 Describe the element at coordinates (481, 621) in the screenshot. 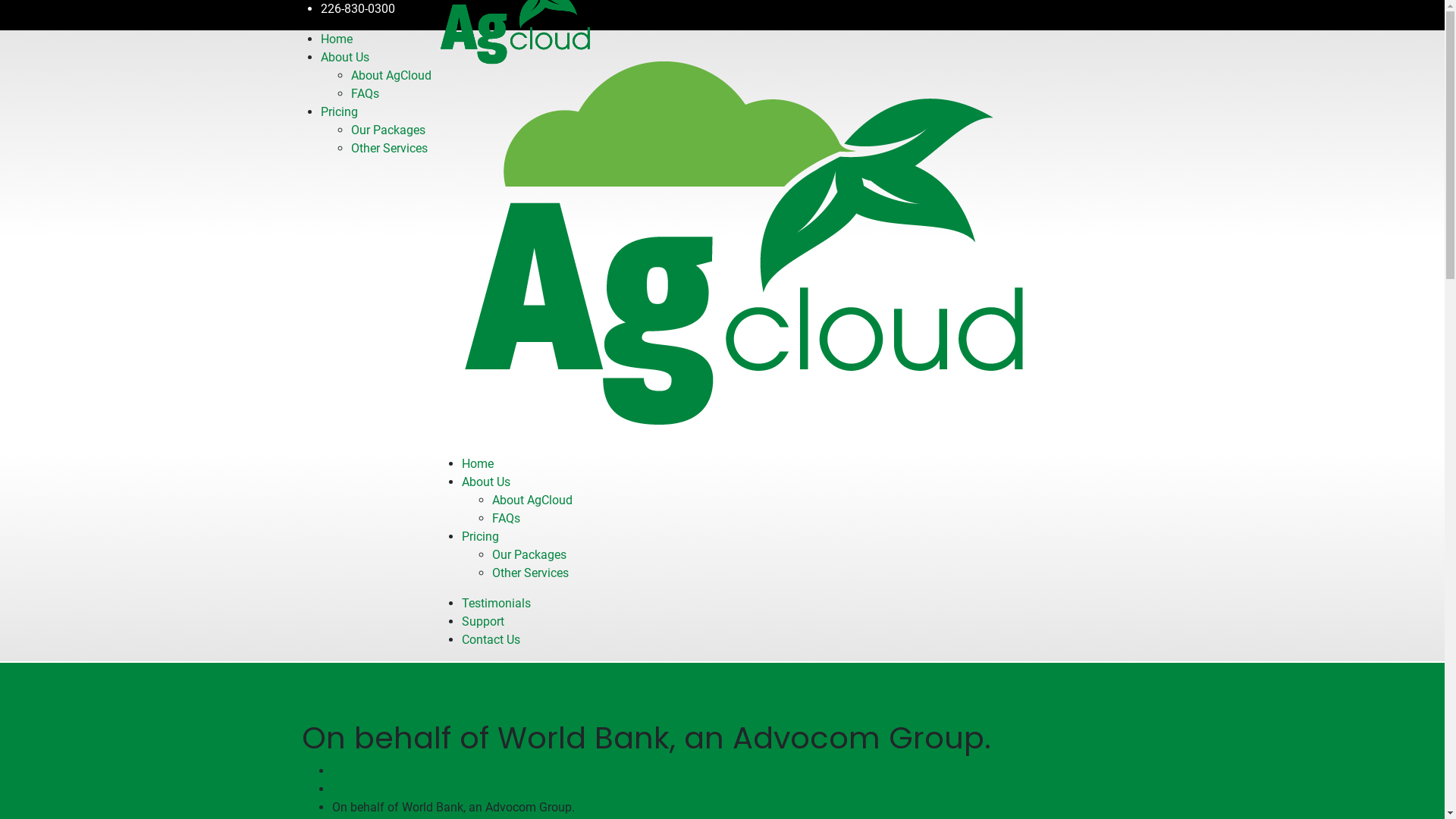

I see `'Support'` at that location.